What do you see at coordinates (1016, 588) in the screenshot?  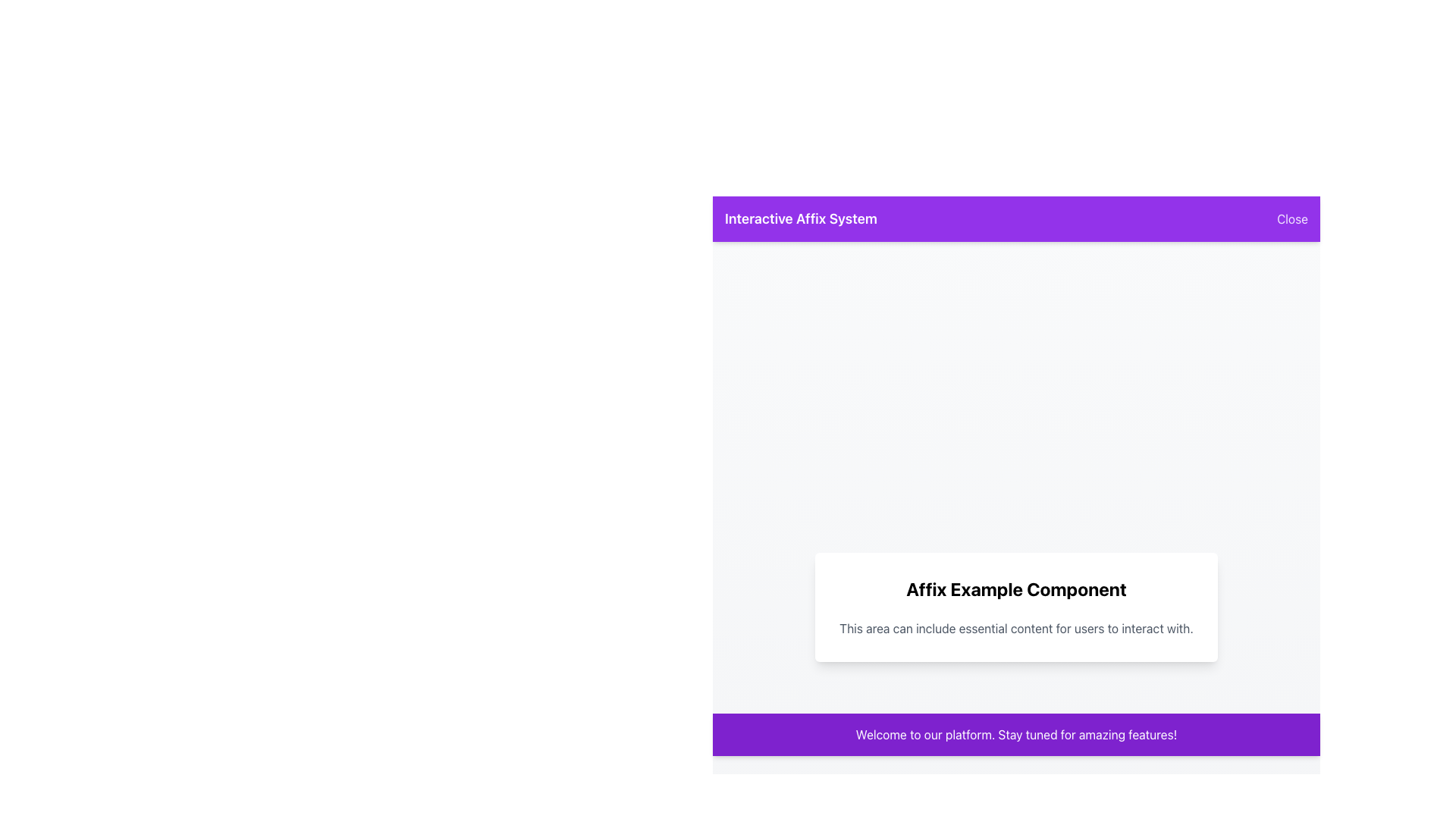 I see `the title text element located at the top center of the white card-like structure with a purple header and footer` at bounding box center [1016, 588].